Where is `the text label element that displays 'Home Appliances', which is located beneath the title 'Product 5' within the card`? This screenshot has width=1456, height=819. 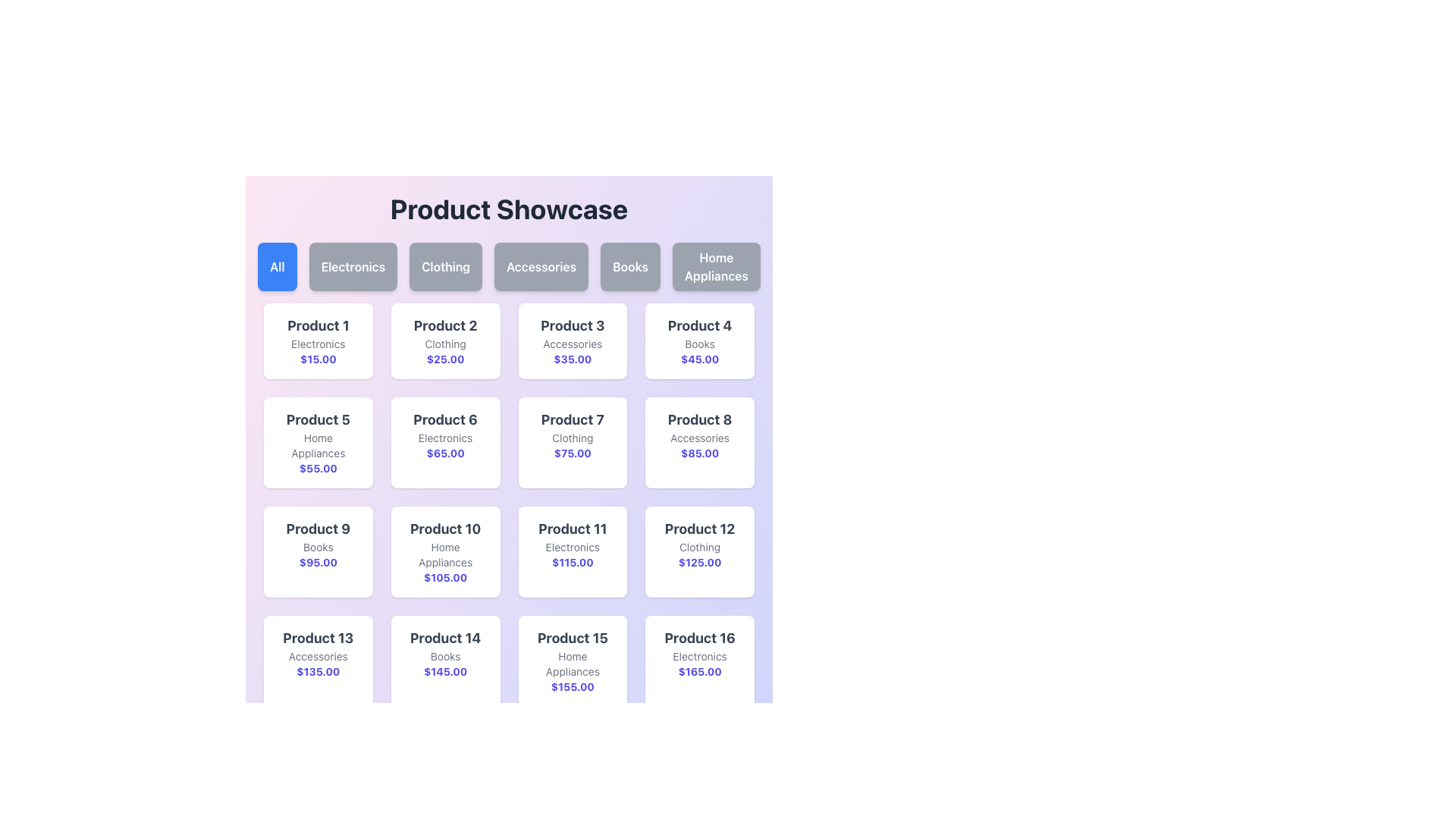 the text label element that displays 'Home Appliances', which is located beneath the title 'Product 5' within the card is located at coordinates (317, 444).